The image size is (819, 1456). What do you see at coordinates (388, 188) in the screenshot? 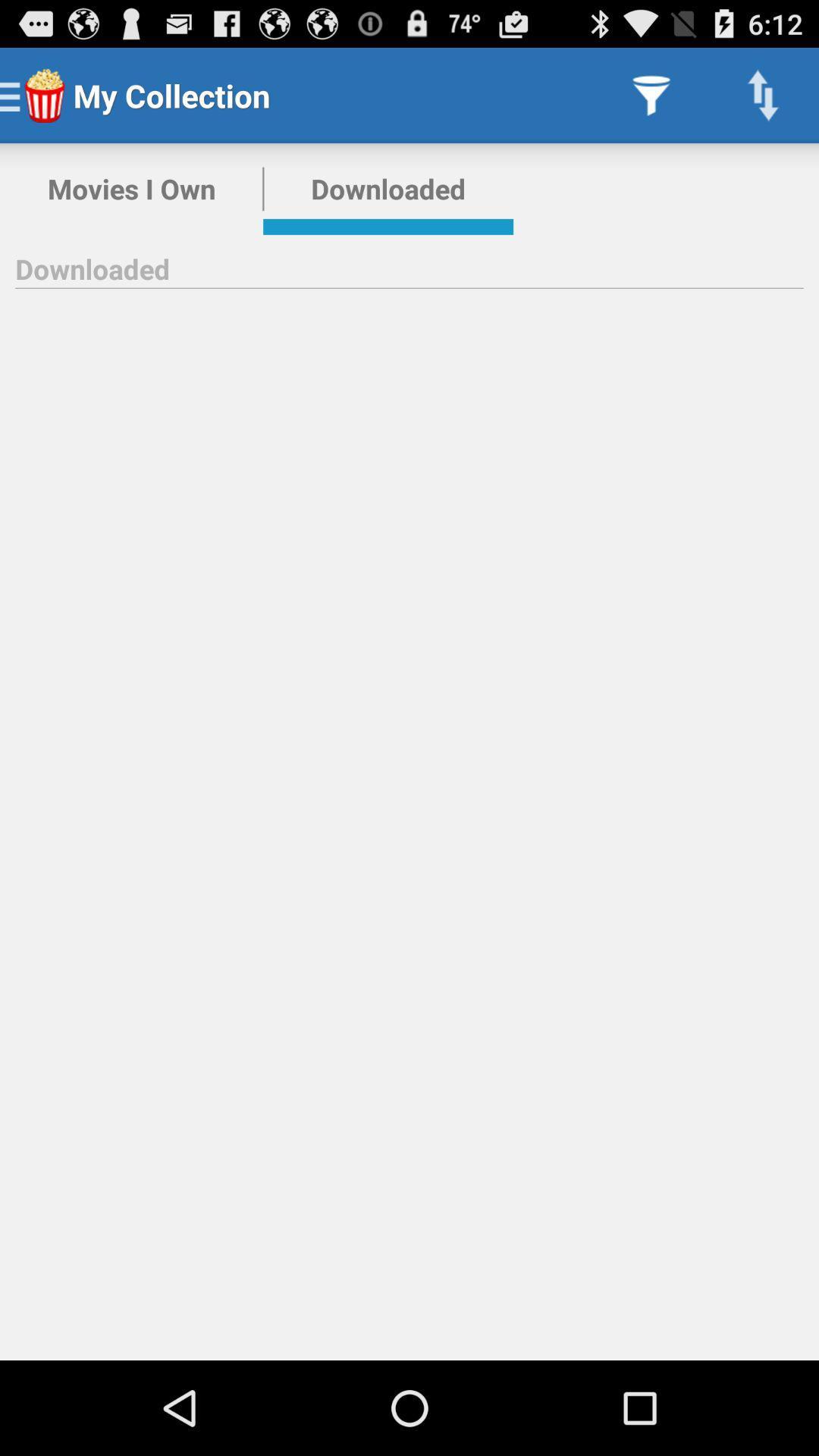
I see `downloaded icon` at bounding box center [388, 188].